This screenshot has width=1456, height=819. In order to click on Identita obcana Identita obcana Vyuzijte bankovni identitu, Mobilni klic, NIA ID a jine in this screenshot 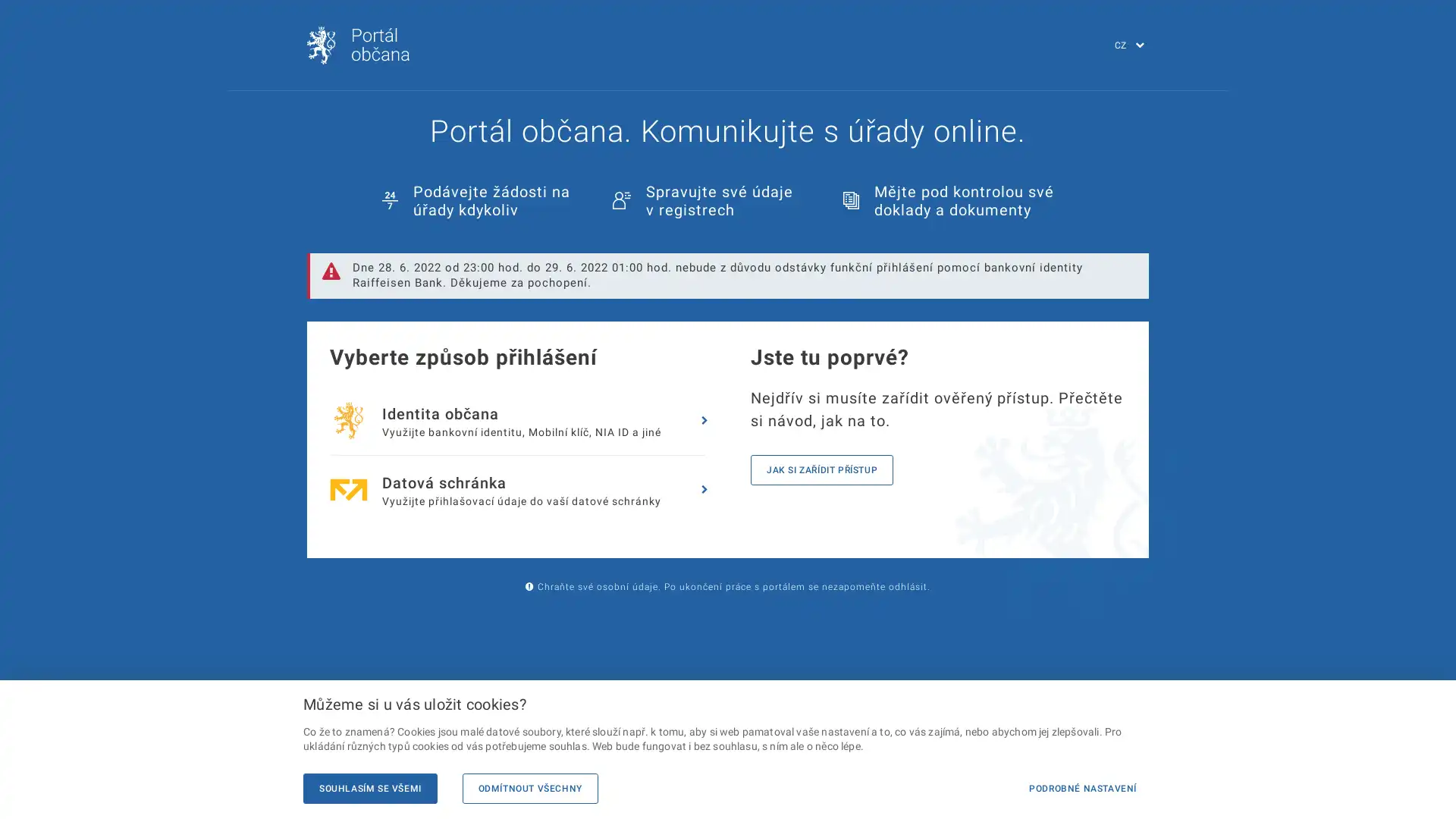, I will do `click(519, 421)`.